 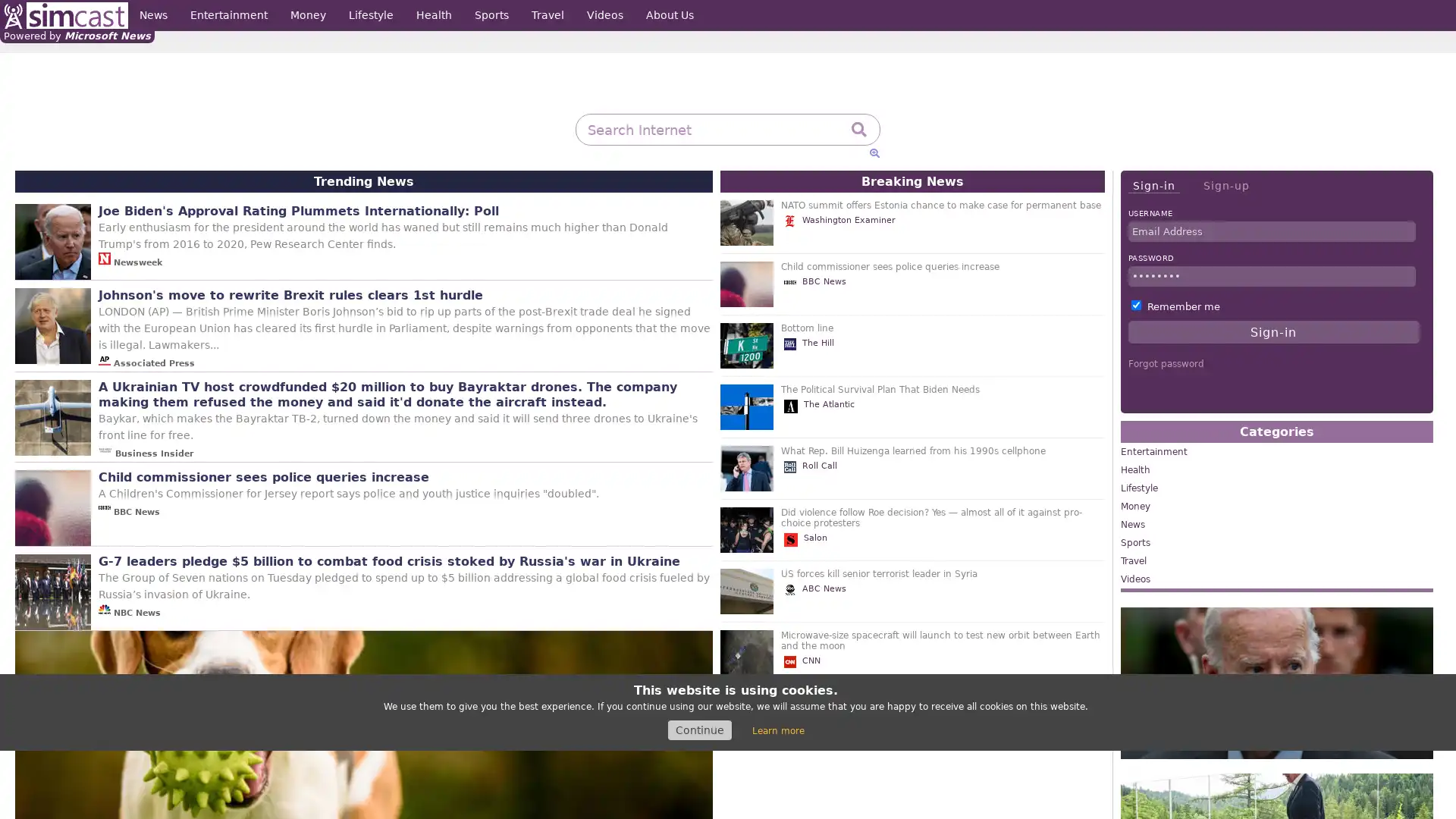 What do you see at coordinates (698, 730) in the screenshot?
I see `Continue` at bounding box center [698, 730].